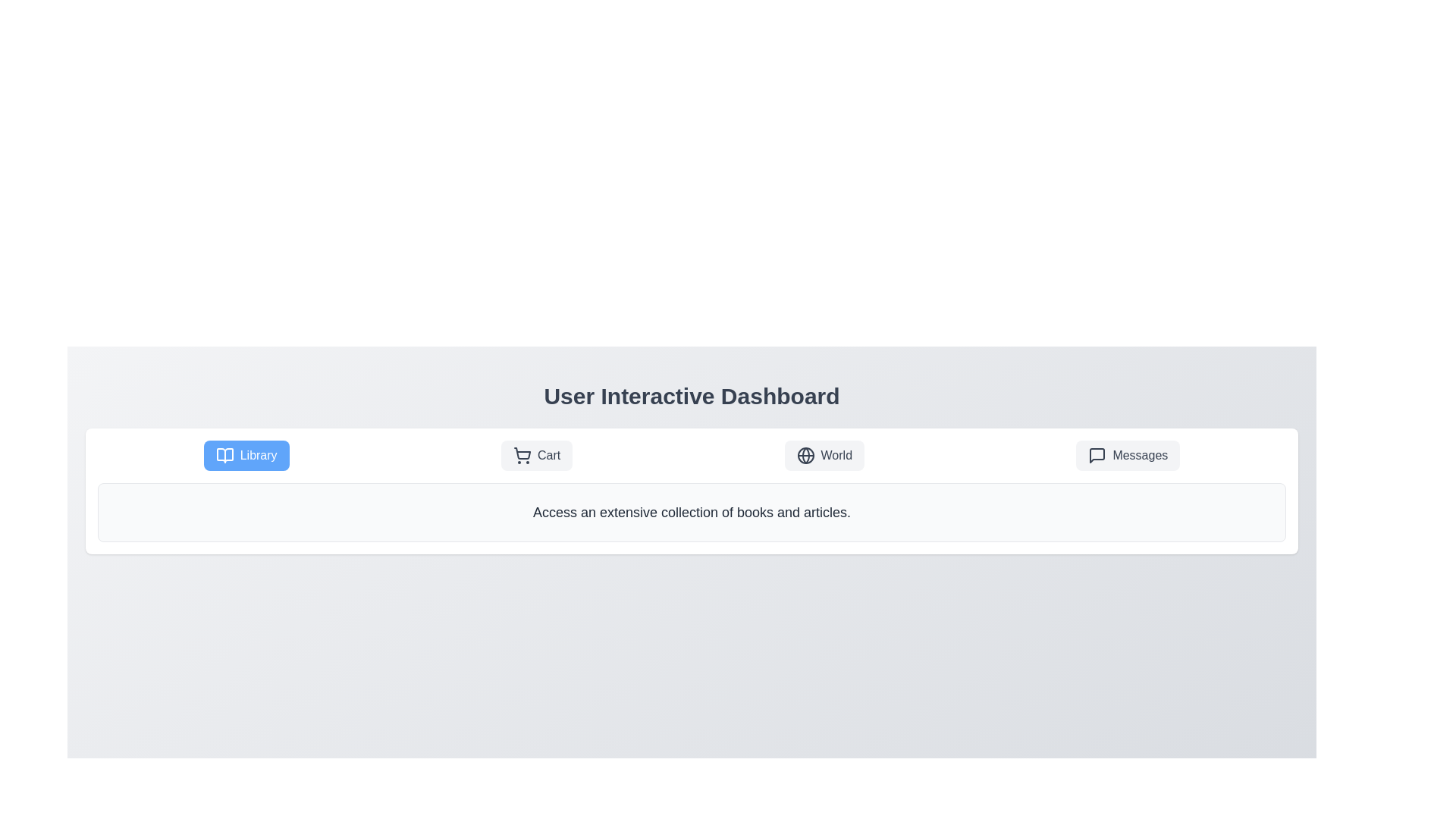  Describe the element at coordinates (246, 455) in the screenshot. I see `the Library tab by clicking on its corresponding button` at that location.